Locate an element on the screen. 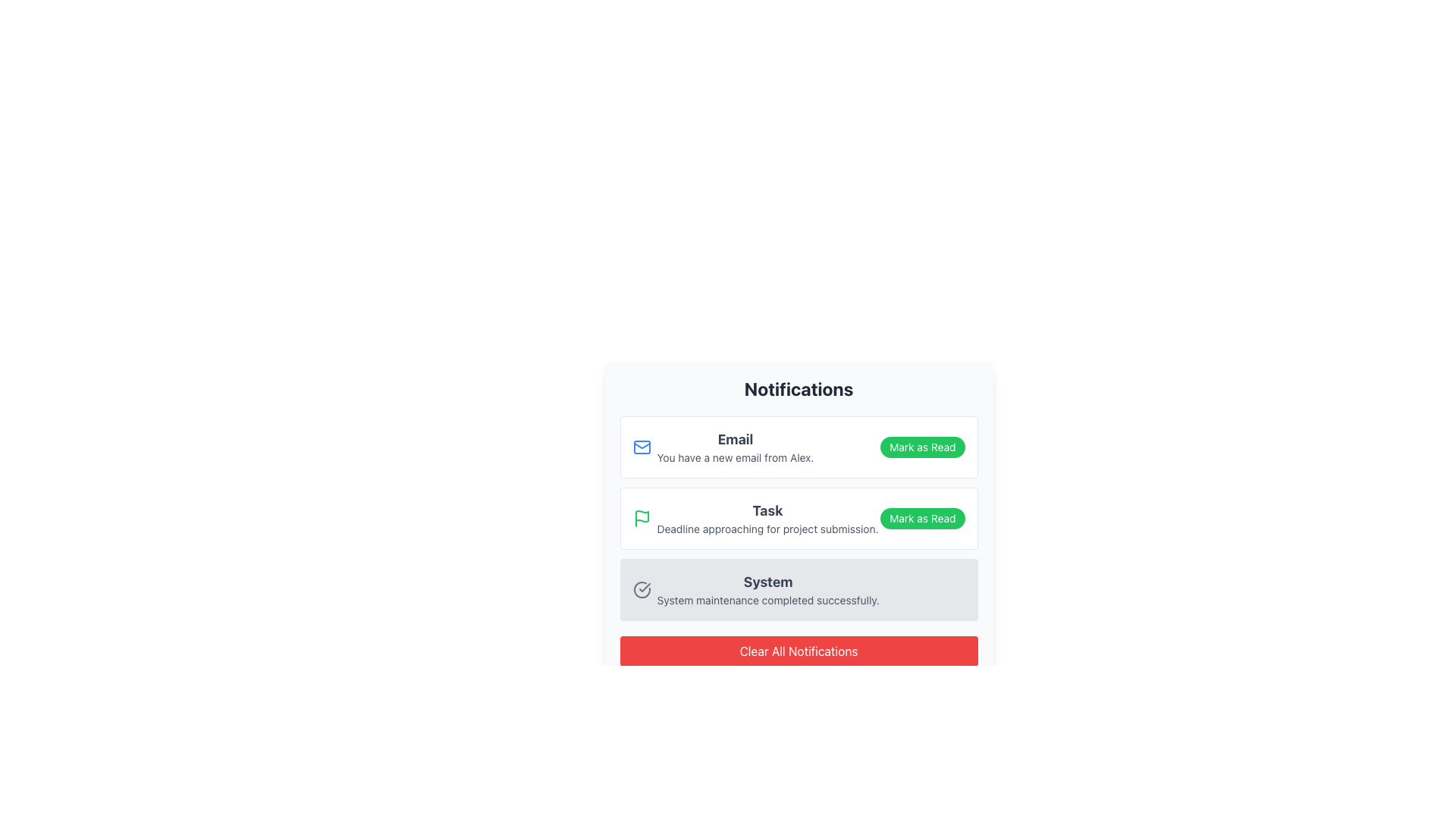 The image size is (1456, 819). the second notification card in the 'Notifications' section to read the information displayed about the approaching deadline for a task is located at coordinates (798, 517).